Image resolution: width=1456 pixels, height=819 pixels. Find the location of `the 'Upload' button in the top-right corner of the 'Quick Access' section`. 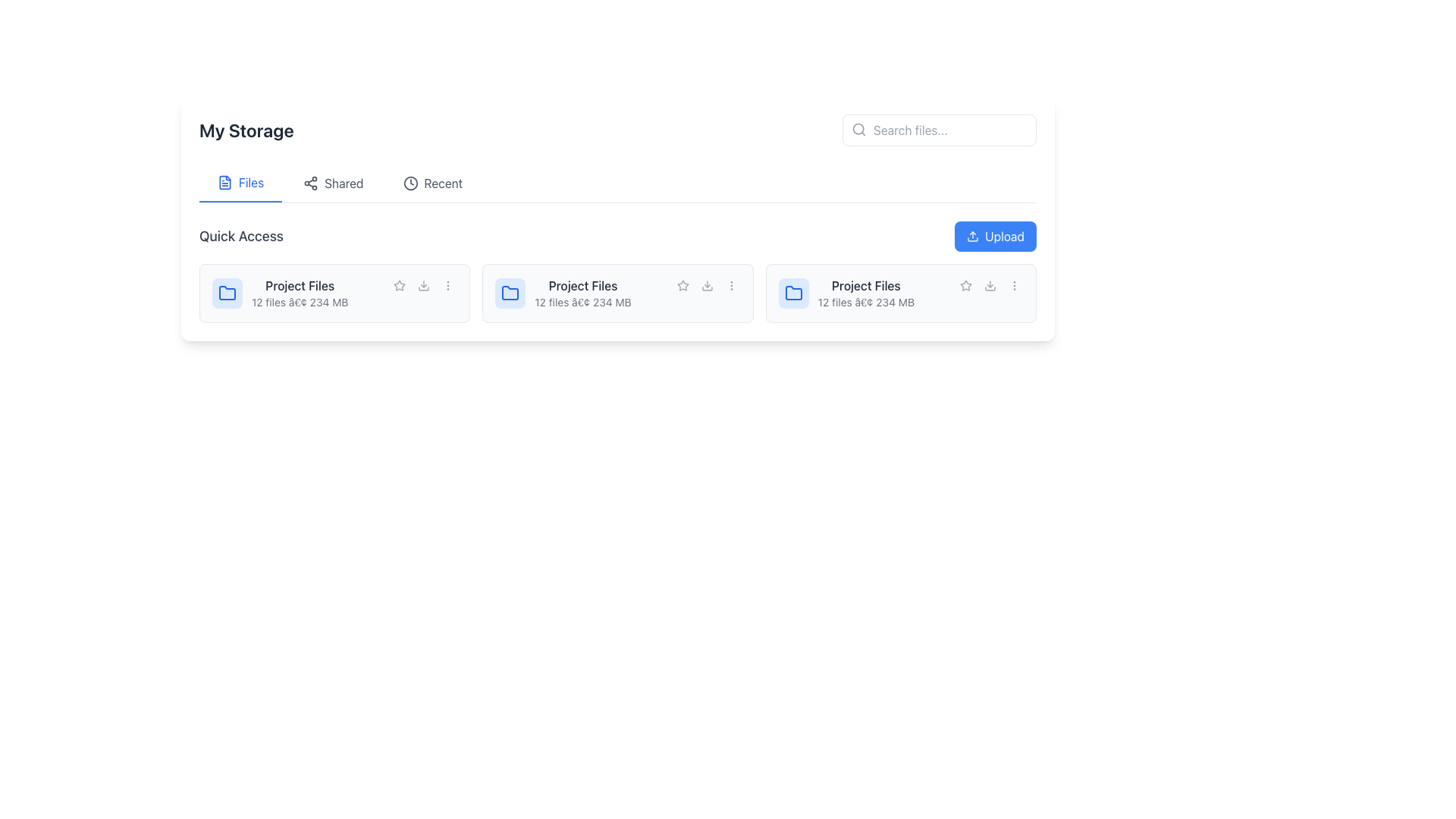

the 'Upload' button in the top-right corner of the 'Quick Access' section is located at coordinates (996, 237).